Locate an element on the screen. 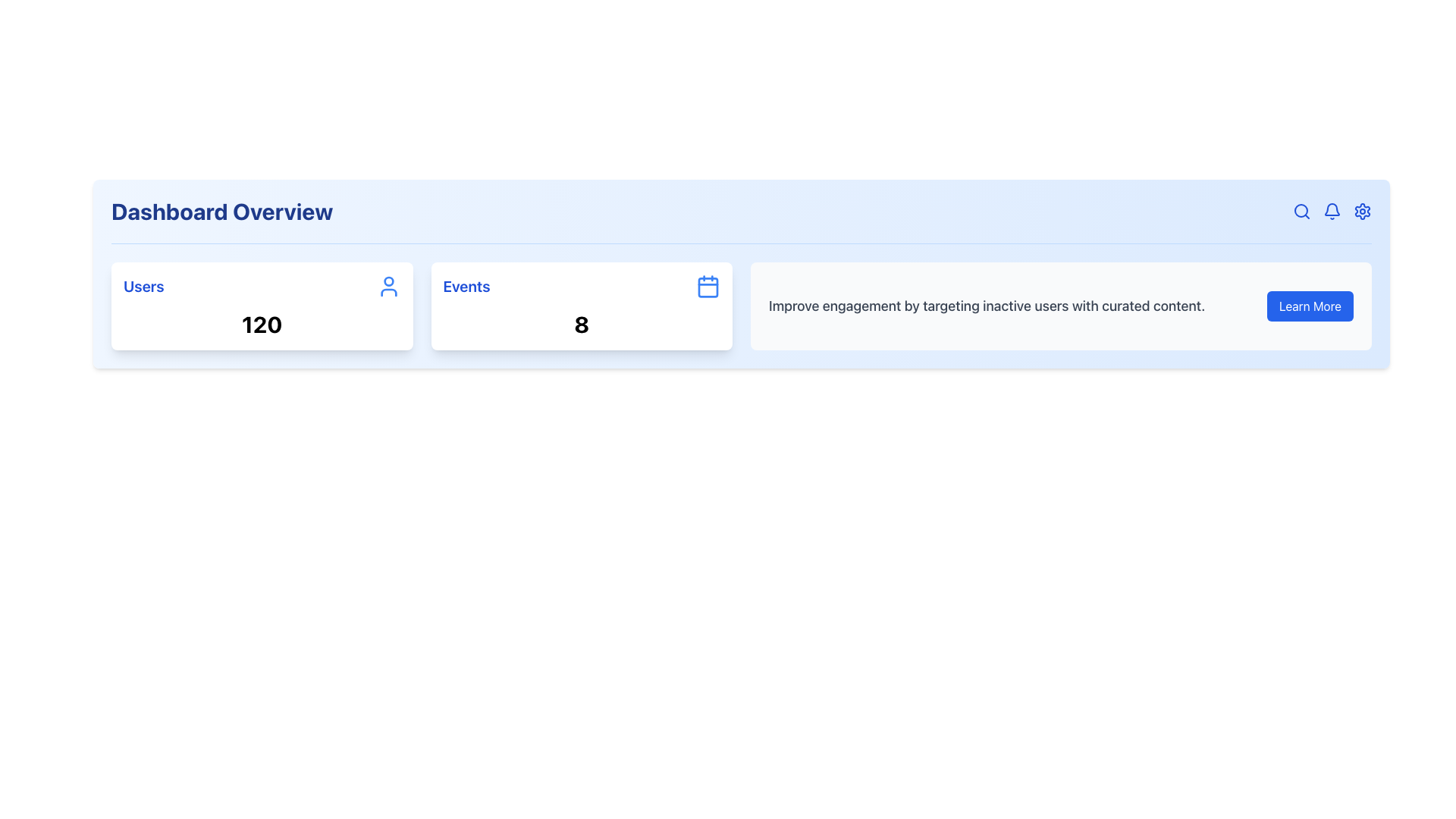 The height and width of the screenshot is (819, 1456). the middle notification icon in the upper right corner of the dashboard header is located at coordinates (1331, 211).